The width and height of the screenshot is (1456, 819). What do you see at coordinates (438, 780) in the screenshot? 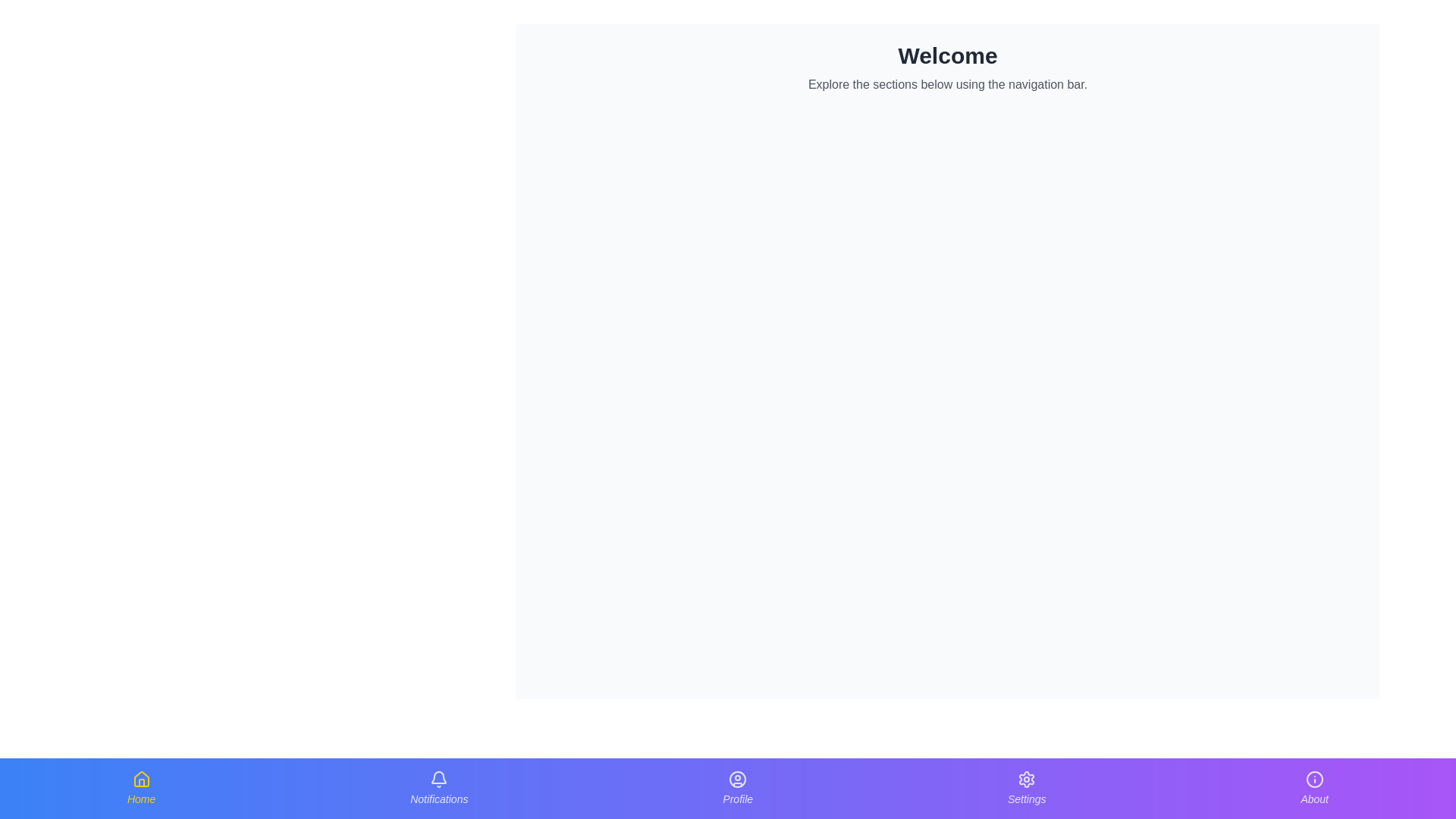
I see `the bell icon in the Notifications section of the bottom navigation bar, which symbolizes notifications and is positioned above the label 'Notifications'` at bounding box center [438, 780].